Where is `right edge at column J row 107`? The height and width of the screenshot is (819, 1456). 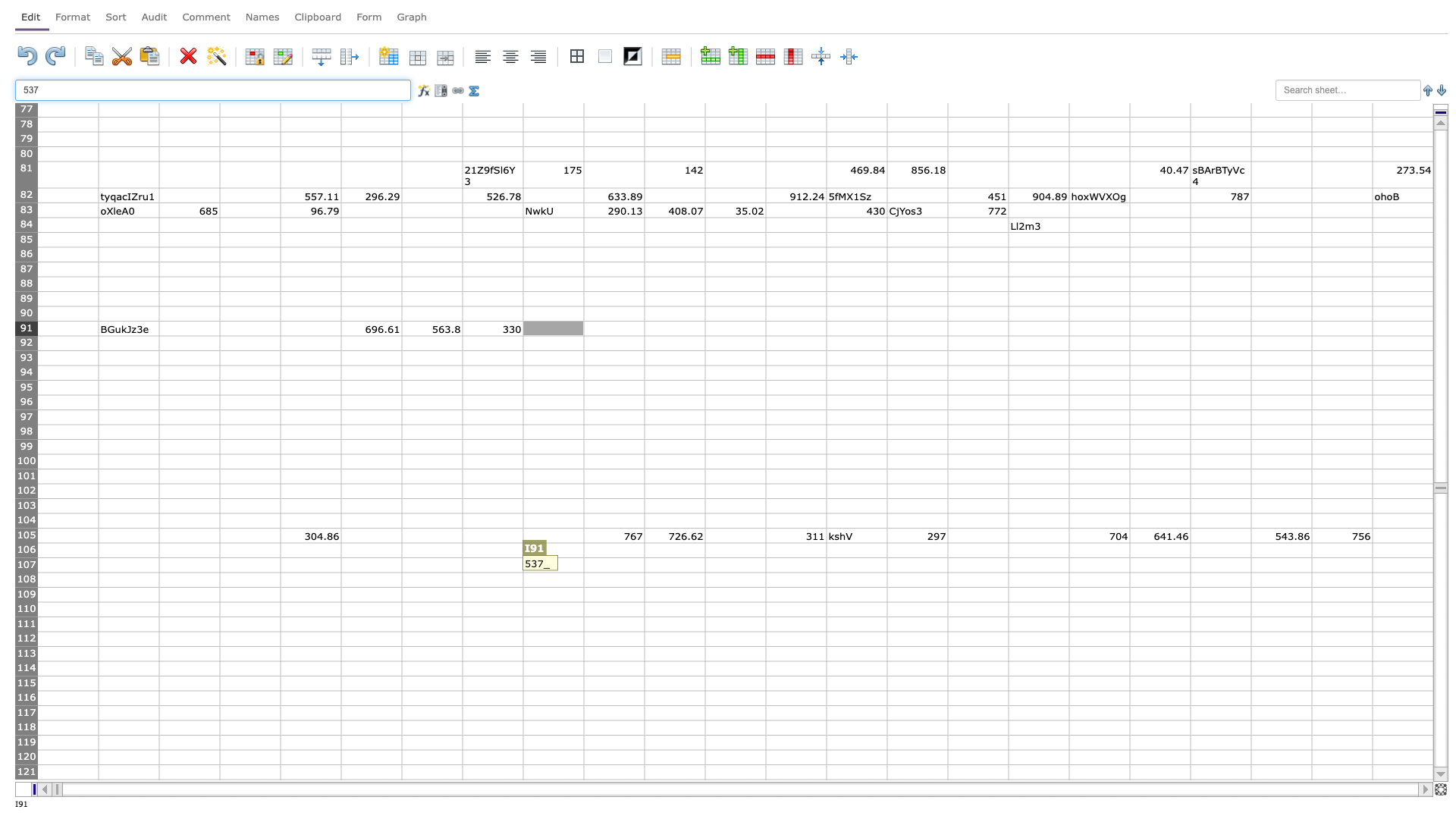
right edge at column J row 107 is located at coordinates (644, 565).